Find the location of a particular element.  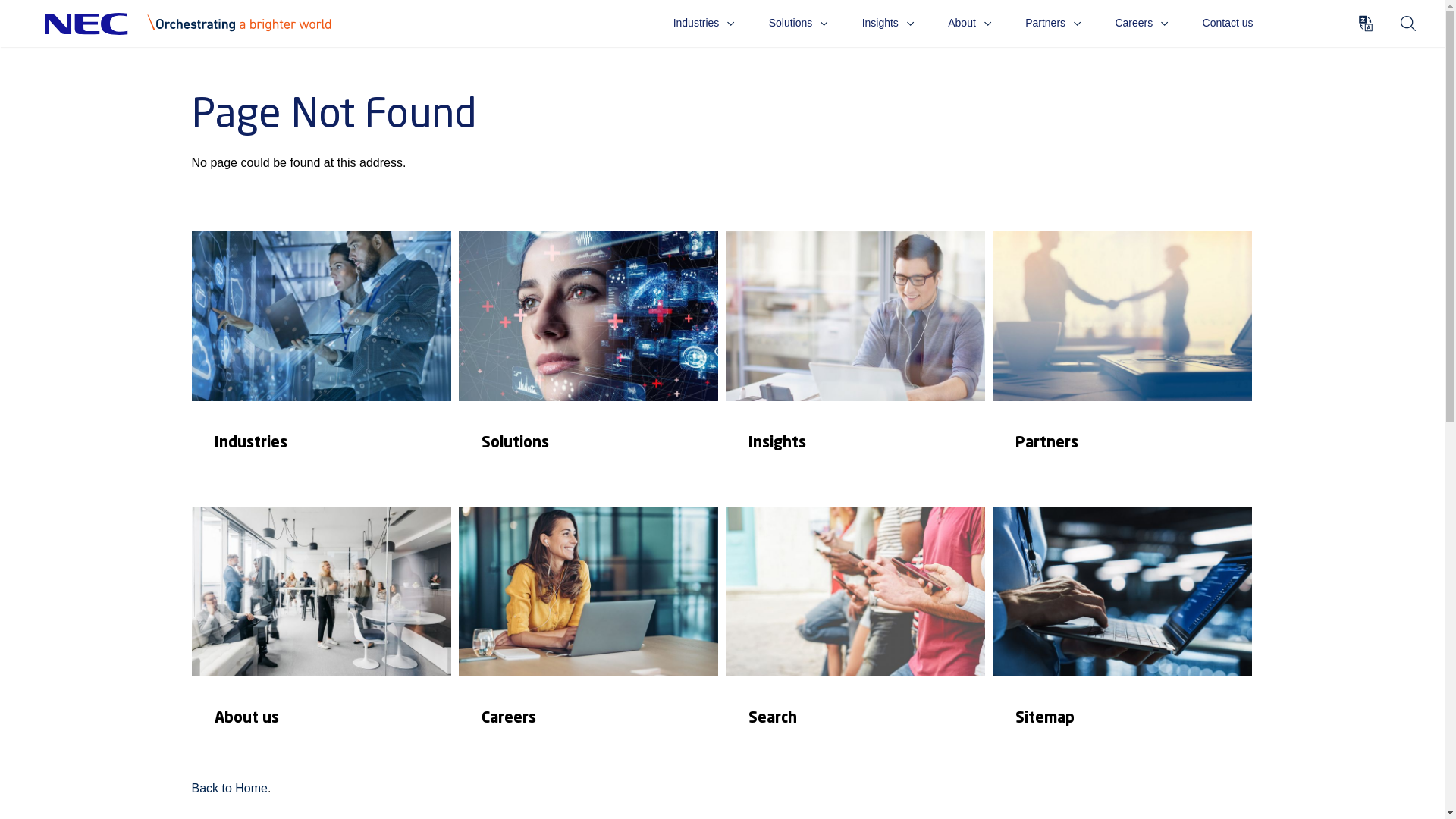

'Contact us' is located at coordinates (1228, 23).